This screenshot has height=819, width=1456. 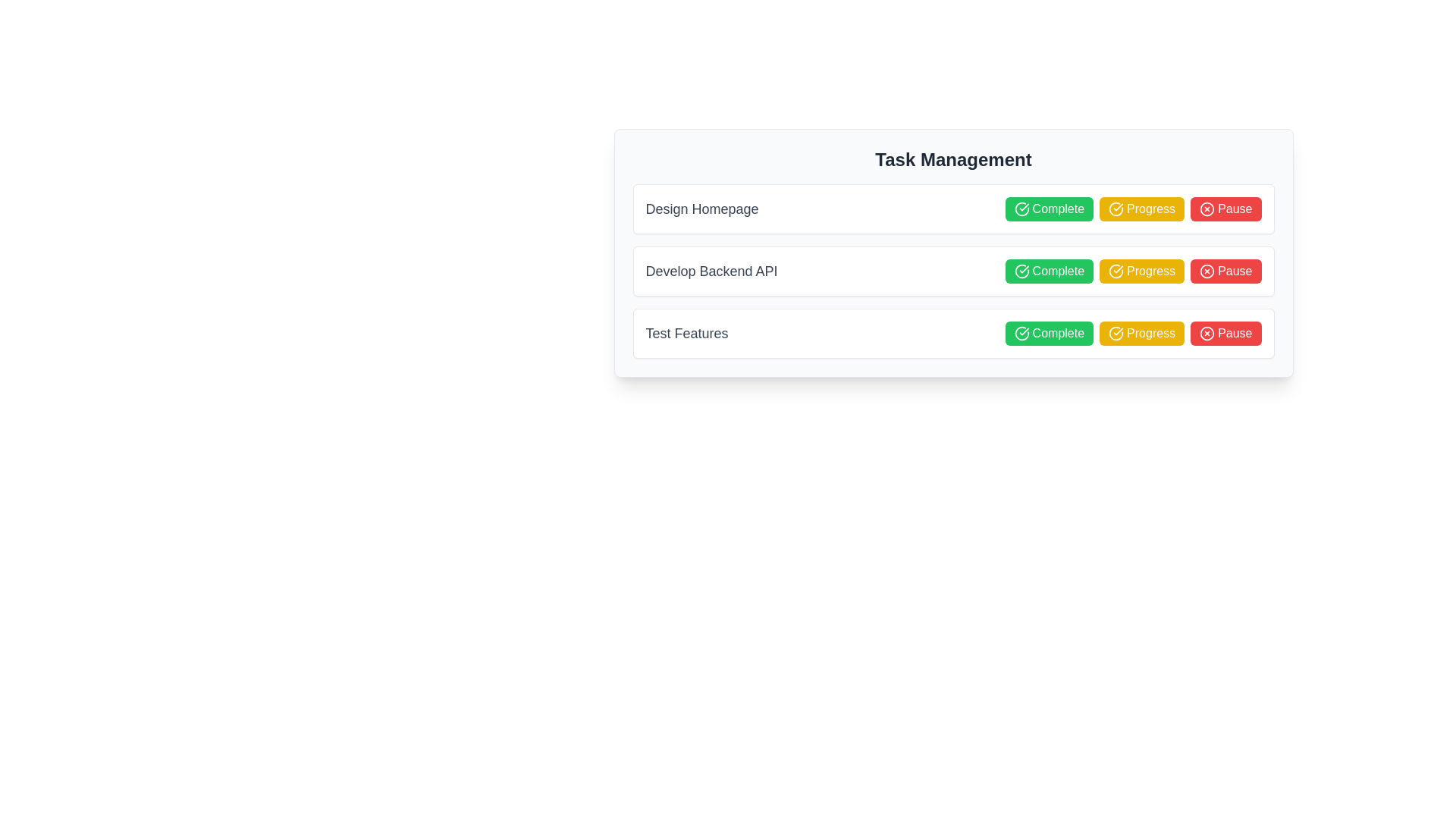 I want to click on the circular 'Pause' icon located in the top-right corner of the task management interface, which visually indicates the 'Pause' state of the first task, so click(x=1207, y=209).